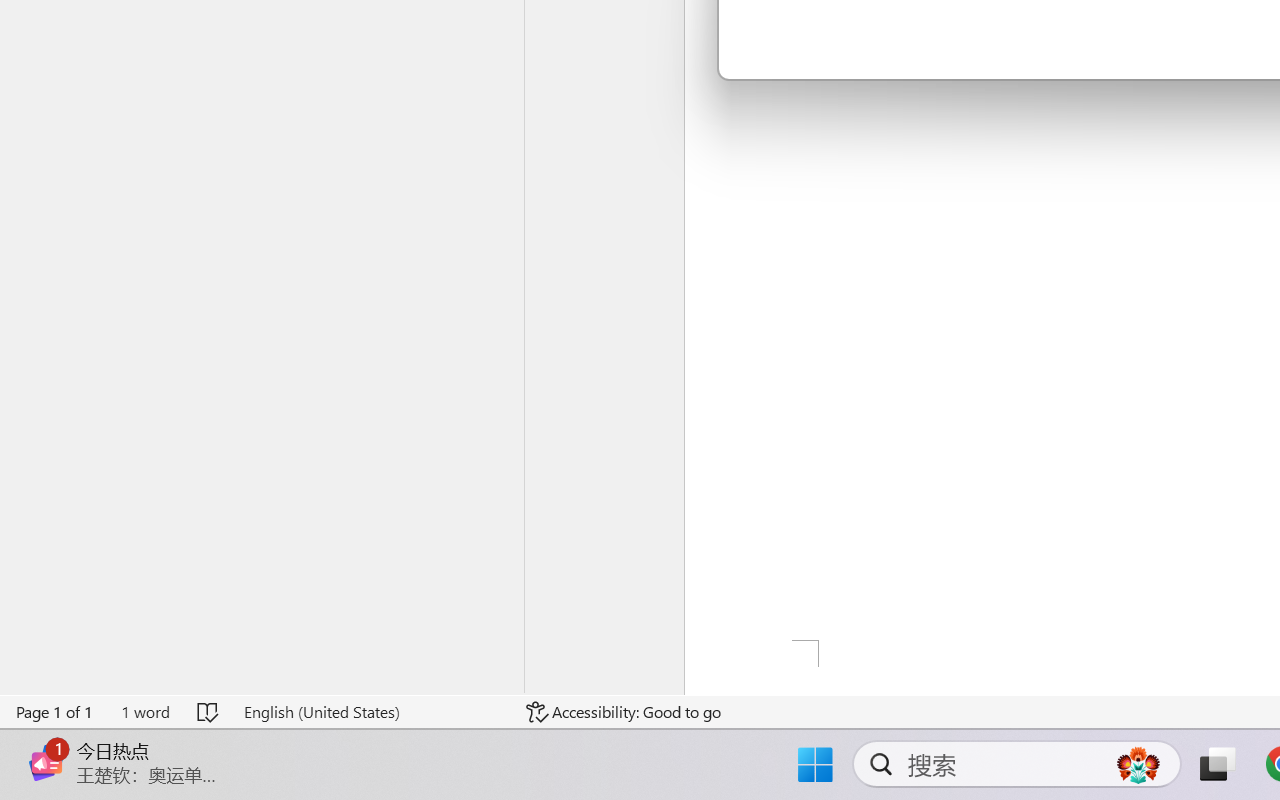 The height and width of the screenshot is (800, 1280). What do you see at coordinates (1138, 764) in the screenshot?
I see `'AutomationID: DynamicSearchBoxGleamImage'` at bounding box center [1138, 764].